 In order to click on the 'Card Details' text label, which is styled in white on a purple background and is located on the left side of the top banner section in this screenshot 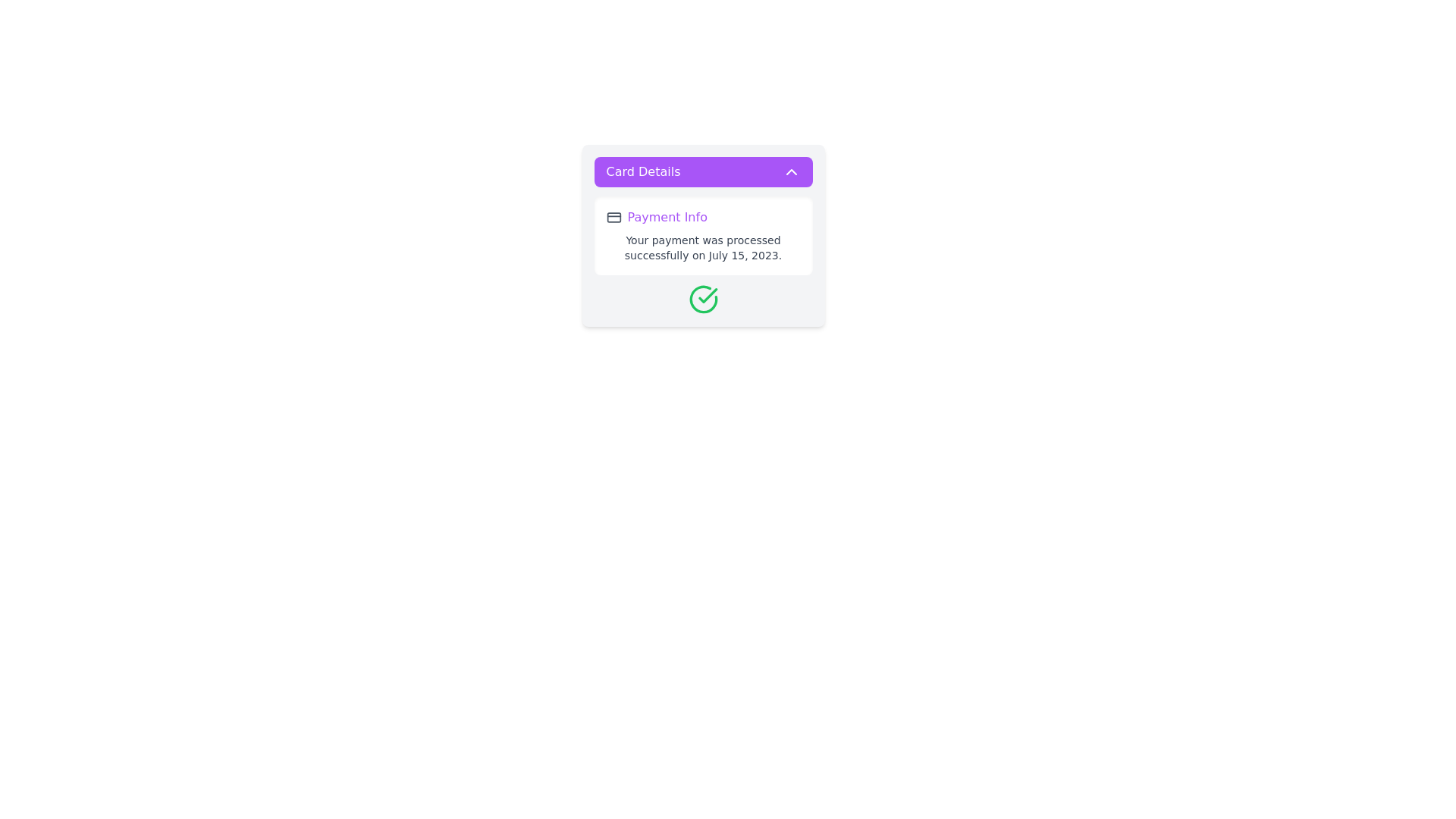, I will do `click(643, 171)`.